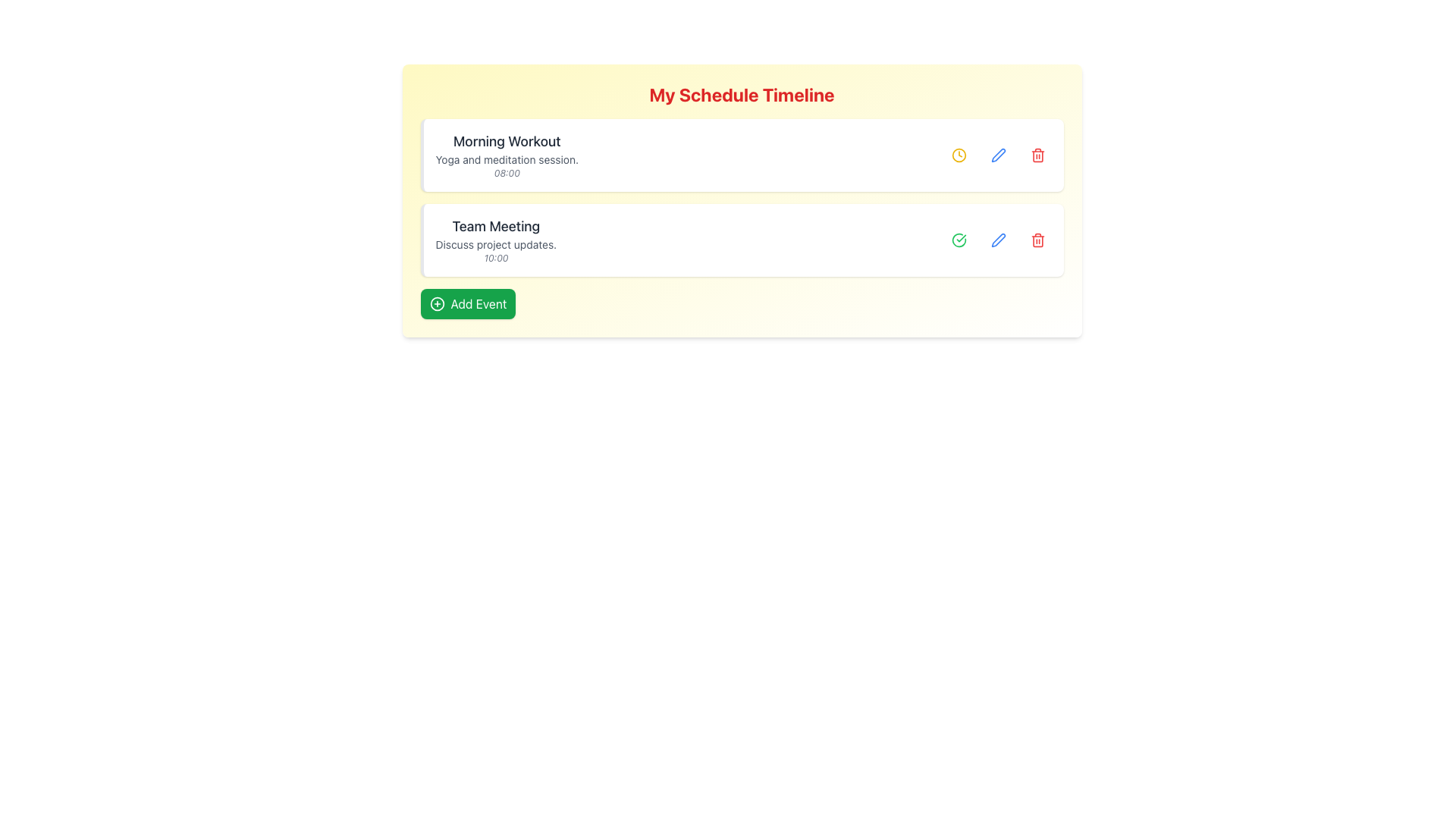 This screenshot has width=1456, height=819. I want to click on the red trash can icon button on the rightmost side of the first row associated with the 'Morning Workout' entry, so click(1037, 155).